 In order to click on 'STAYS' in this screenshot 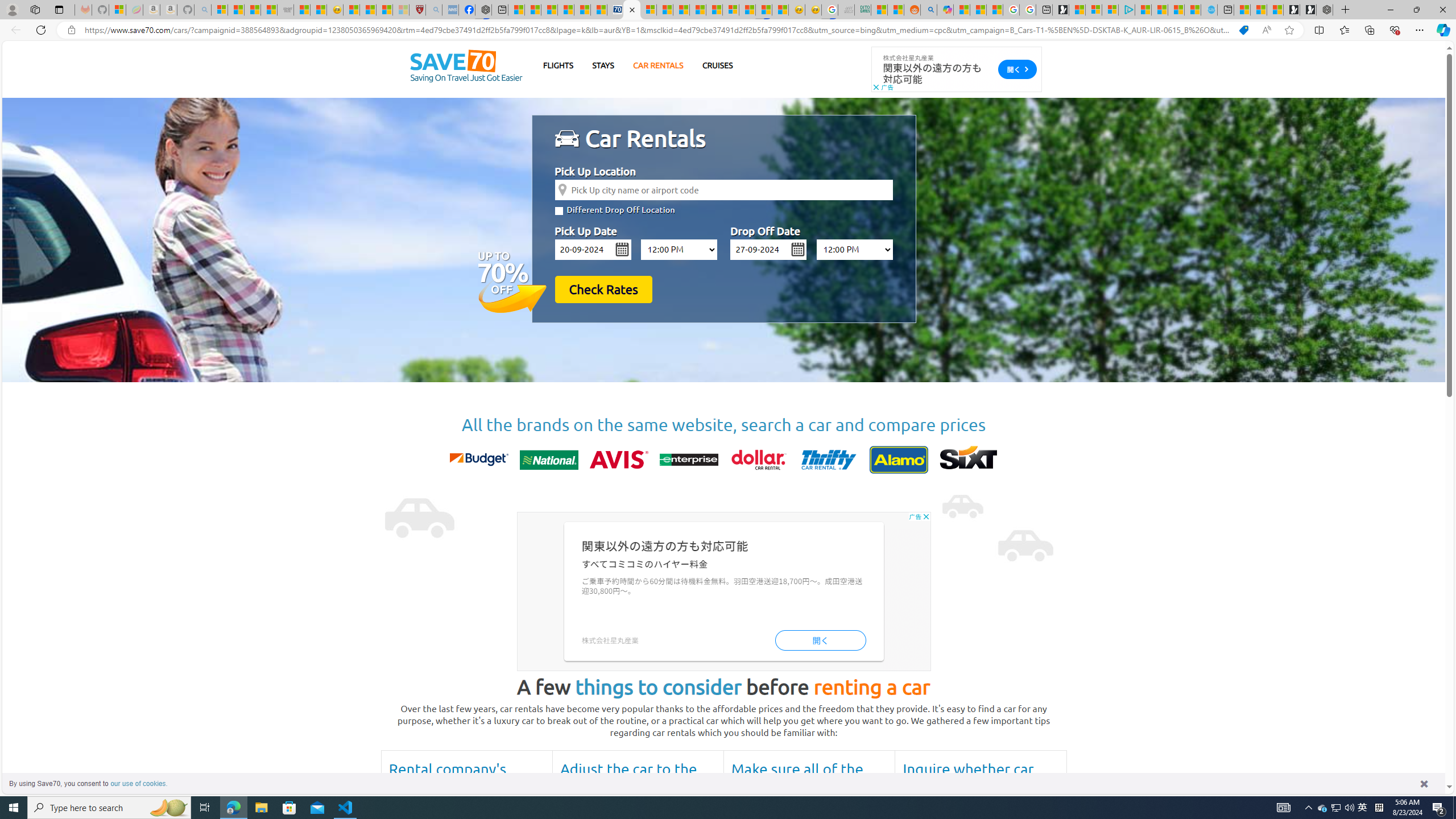, I will do `click(603, 65)`.